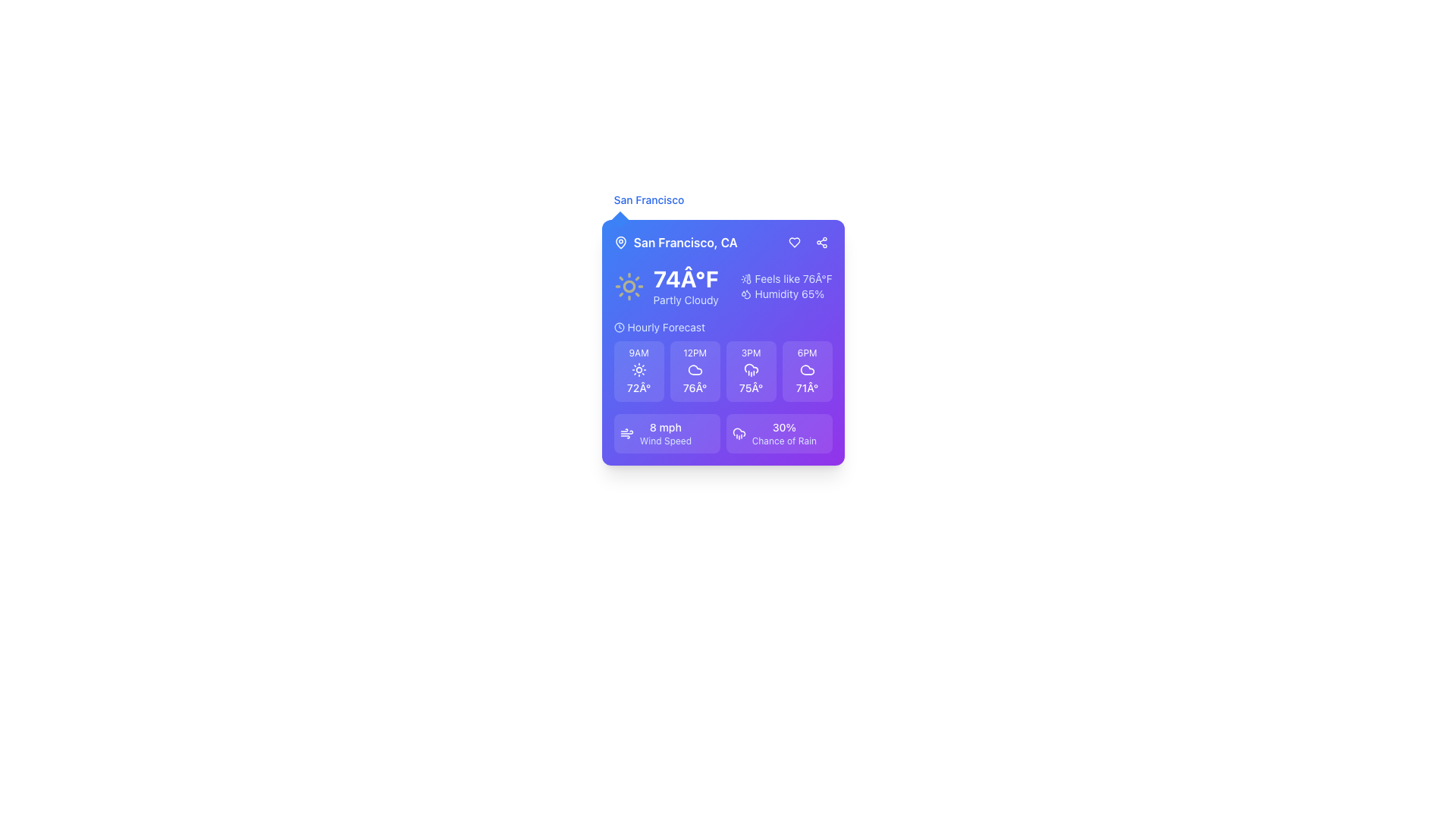 The image size is (1456, 819). Describe the element at coordinates (786, 278) in the screenshot. I see `the 'Feels like 76°F' text label with thermometer icon, located in the top right portion of the weather card interface` at that location.